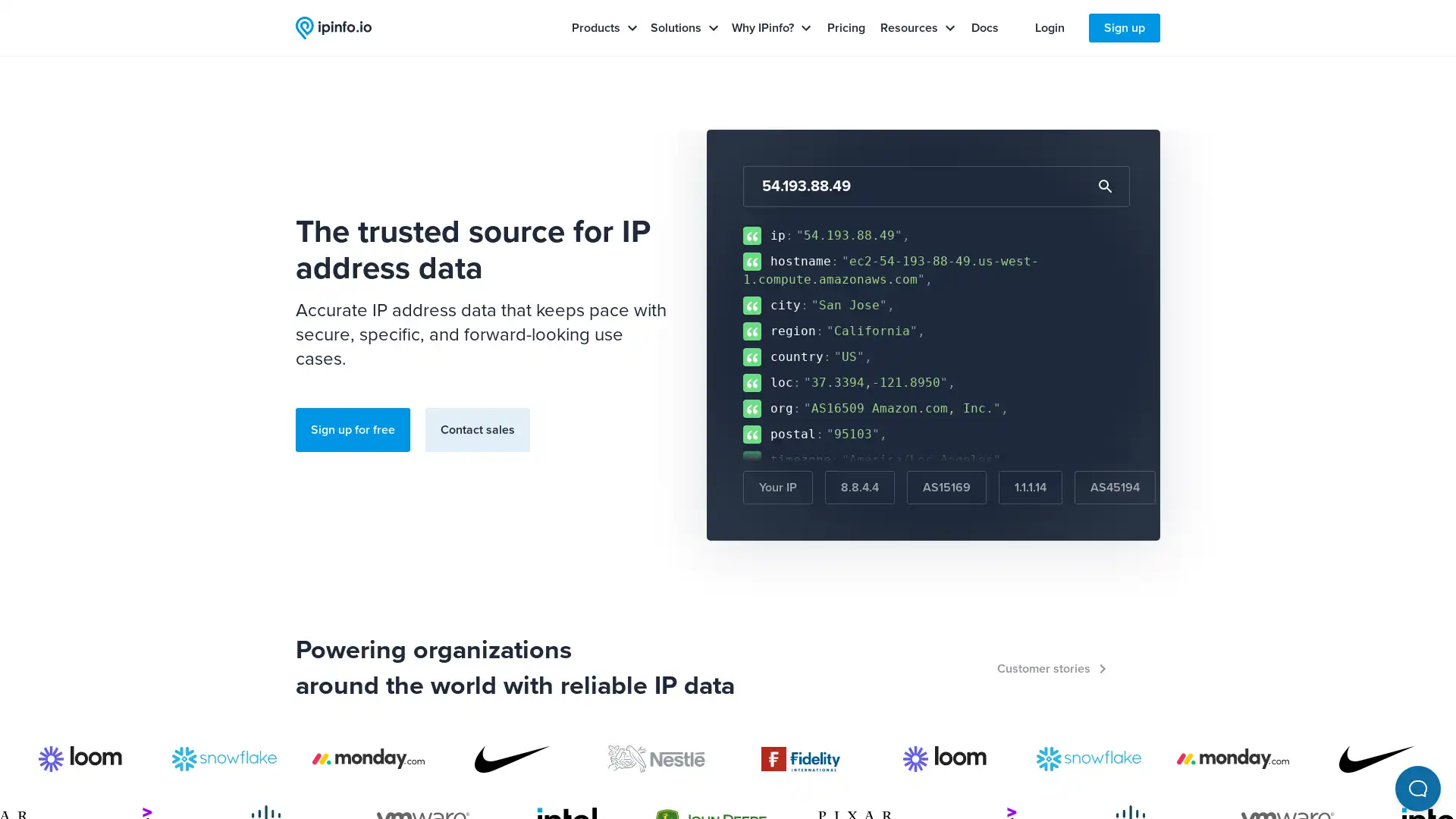 Image resolution: width=1456 pixels, height=819 pixels. What do you see at coordinates (1115, 488) in the screenshot?
I see `AS45194` at bounding box center [1115, 488].